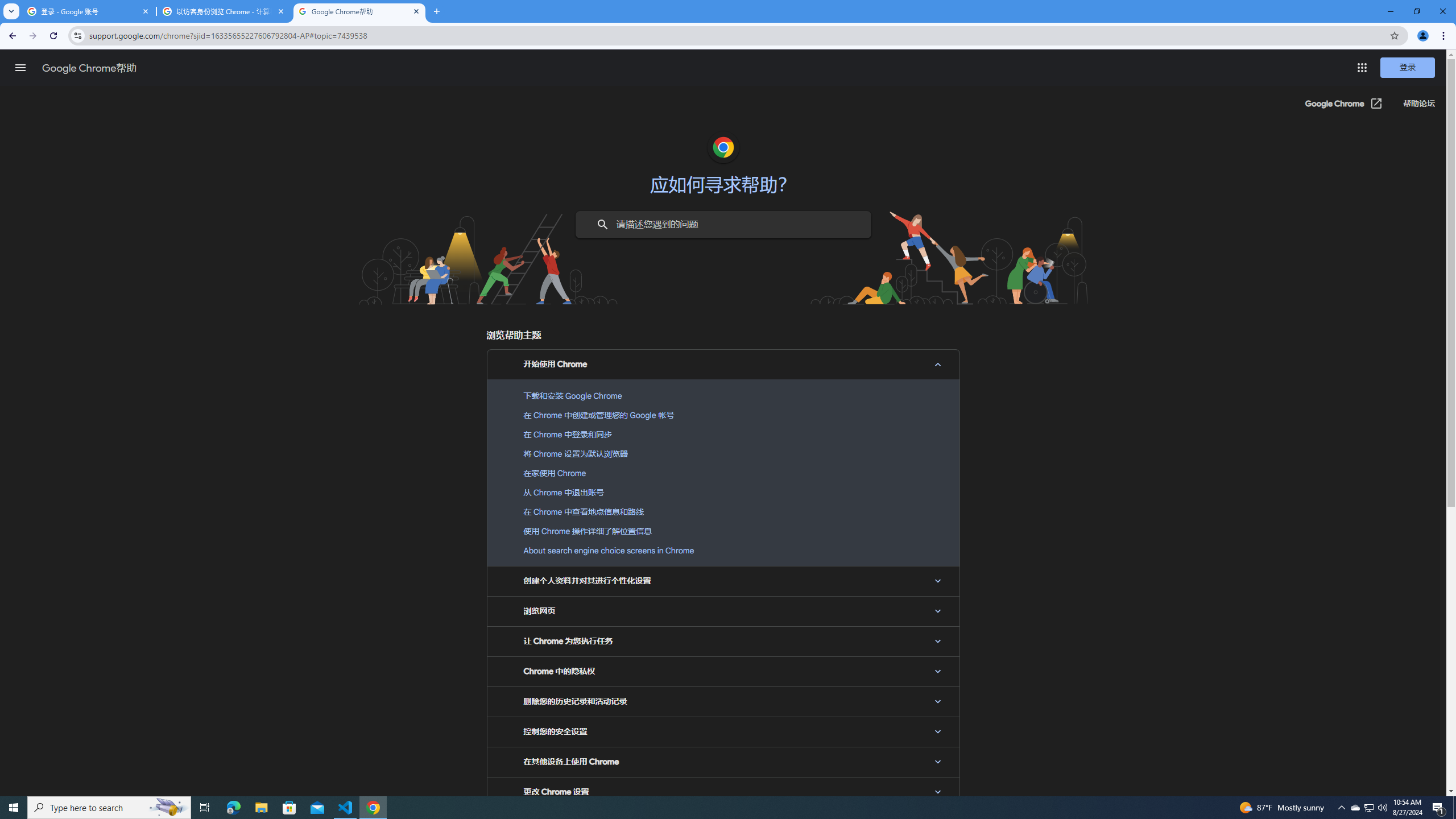  What do you see at coordinates (723, 549) in the screenshot?
I see `'About search engine choice screens in Chrome'` at bounding box center [723, 549].